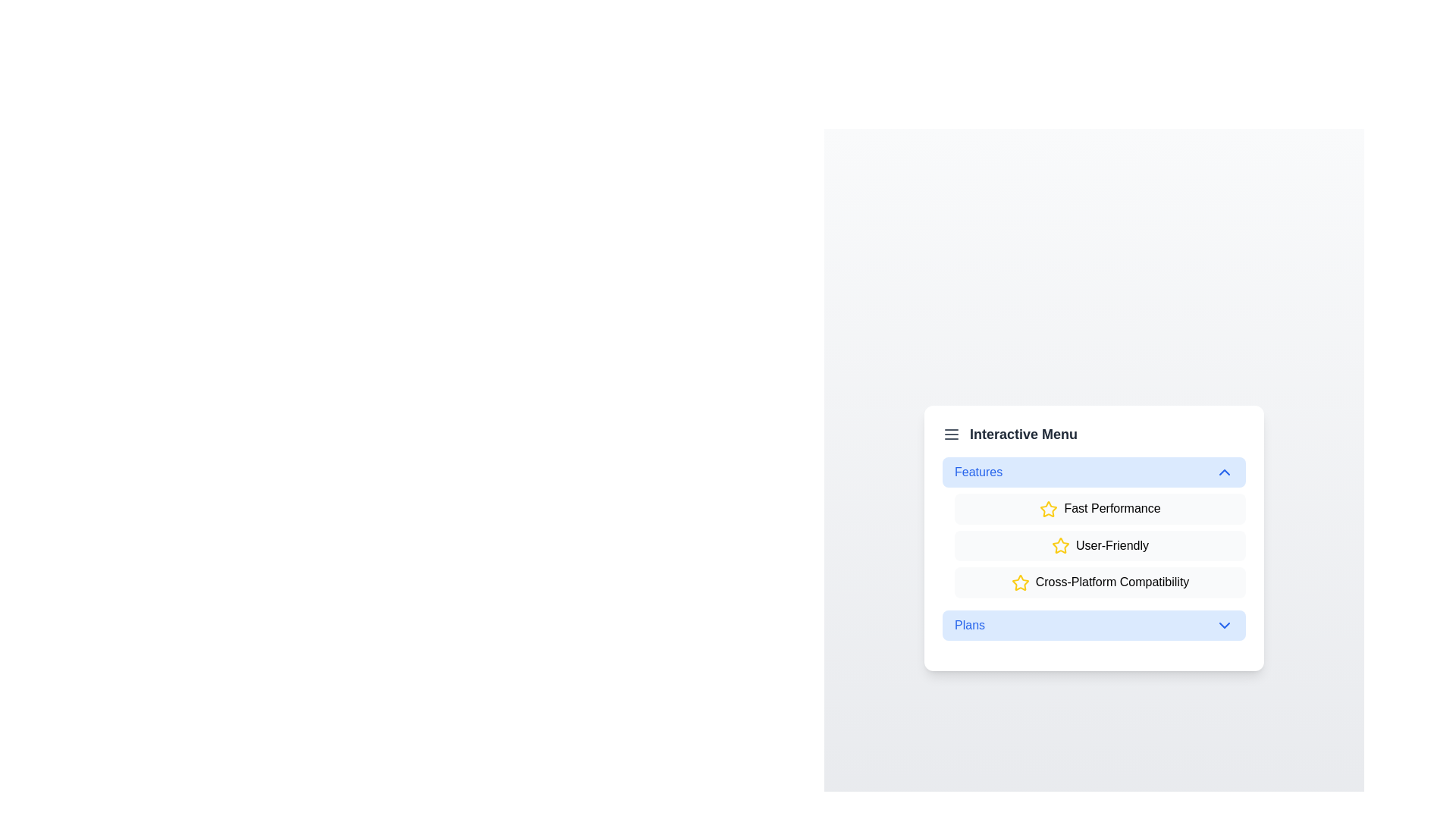 The height and width of the screenshot is (819, 1456). I want to click on the menu icon to interact with it, so click(950, 433).